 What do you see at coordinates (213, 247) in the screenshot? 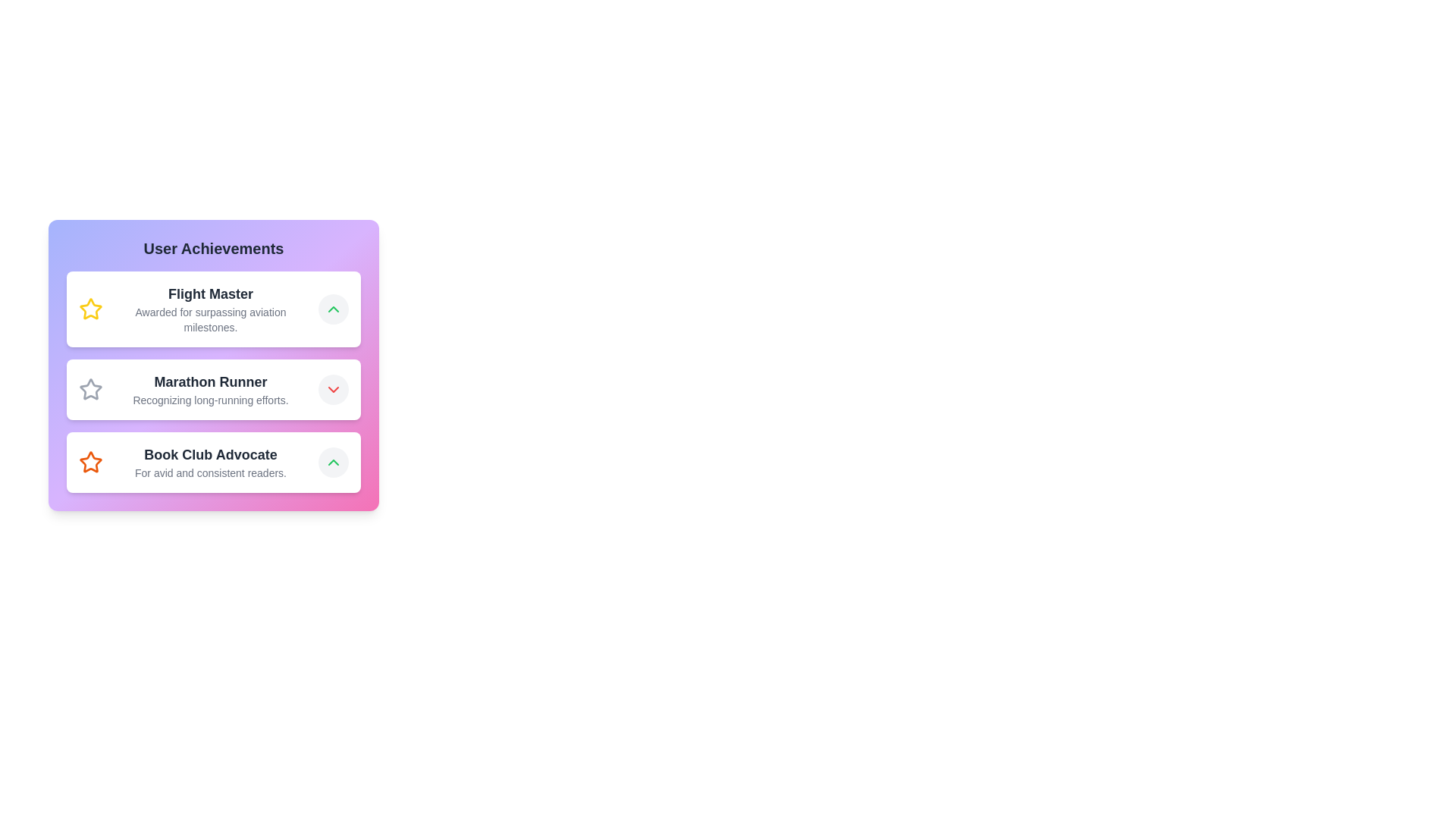
I see `the text heading that introduces and labels the section for user achievements, located at the top of the vertically stacked list interface` at bounding box center [213, 247].